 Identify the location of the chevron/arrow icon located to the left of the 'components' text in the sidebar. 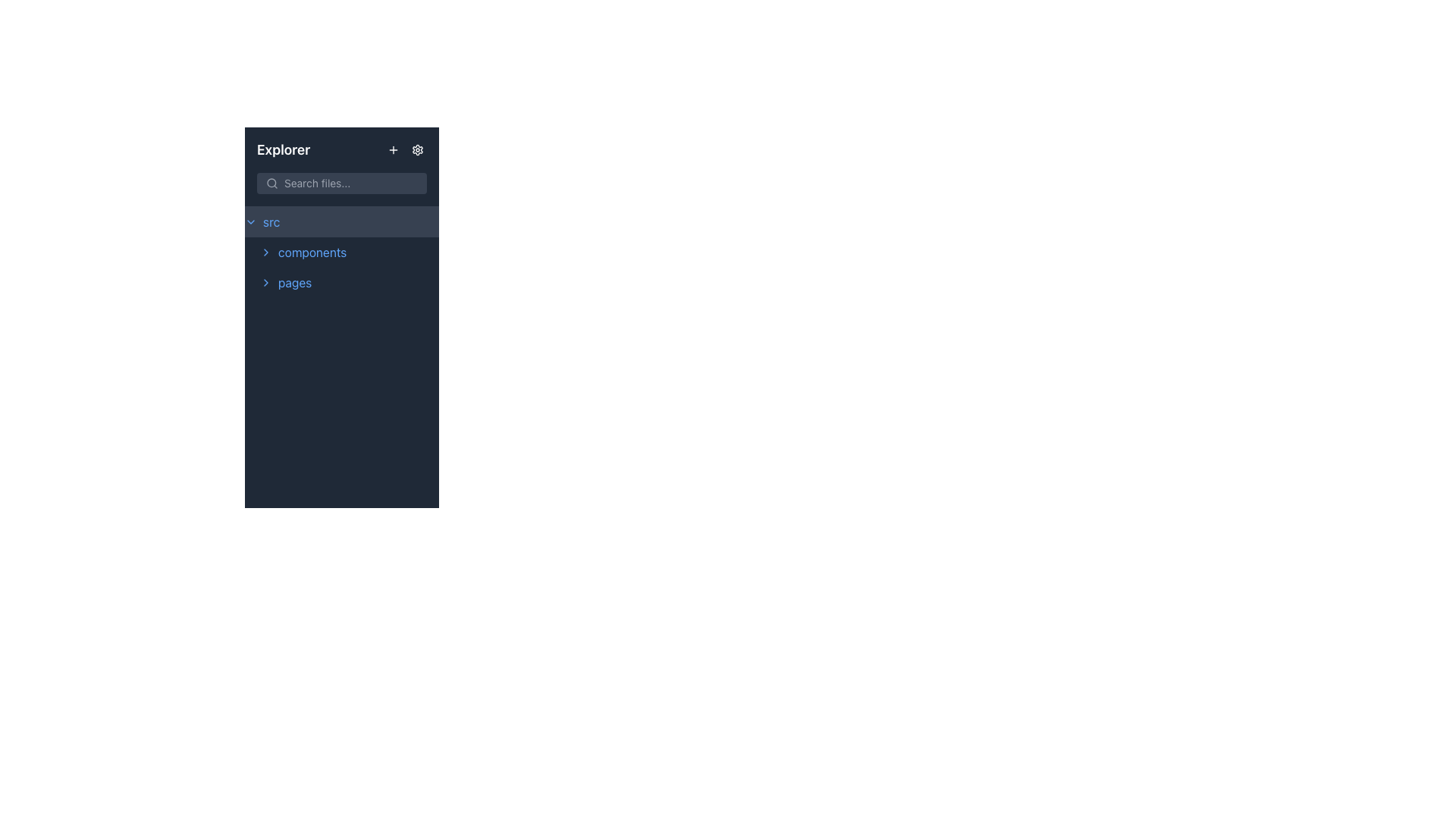
(265, 251).